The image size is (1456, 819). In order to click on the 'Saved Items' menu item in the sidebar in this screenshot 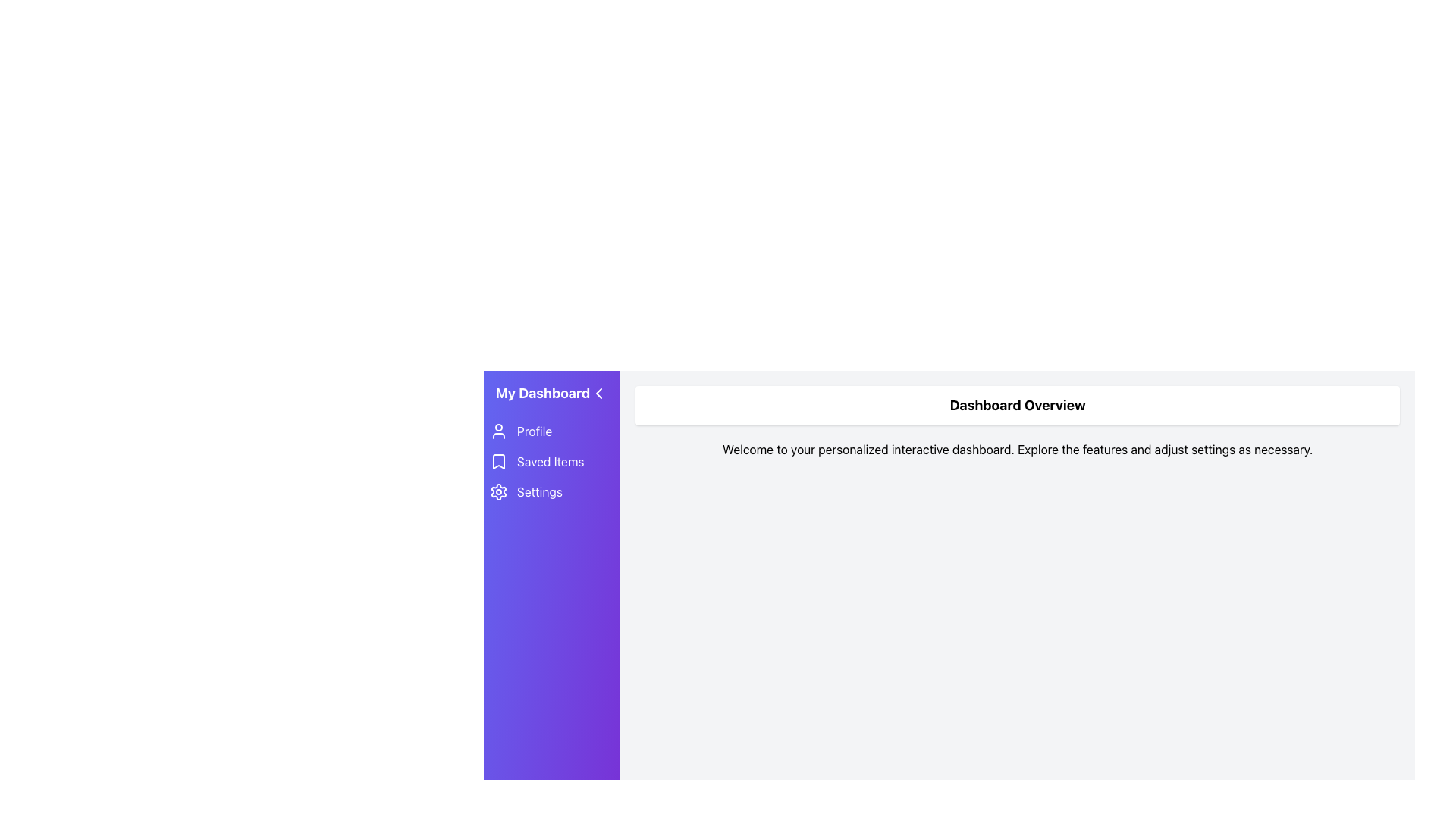, I will do `click(551, 461)`.